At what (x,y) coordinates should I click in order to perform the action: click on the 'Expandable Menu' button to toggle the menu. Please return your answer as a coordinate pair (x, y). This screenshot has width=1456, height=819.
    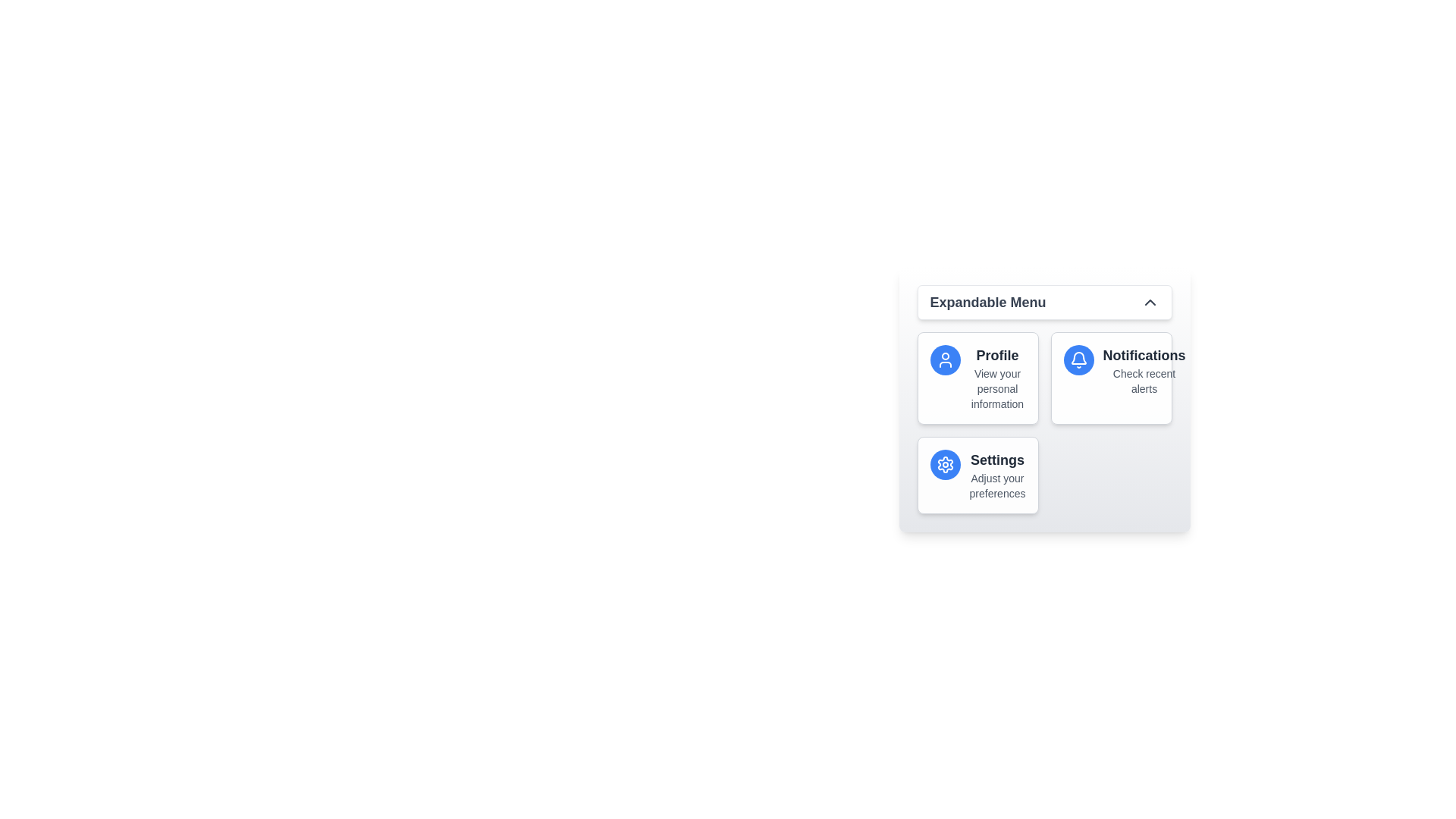
    Looking at the image, I should click on (1043, 302).